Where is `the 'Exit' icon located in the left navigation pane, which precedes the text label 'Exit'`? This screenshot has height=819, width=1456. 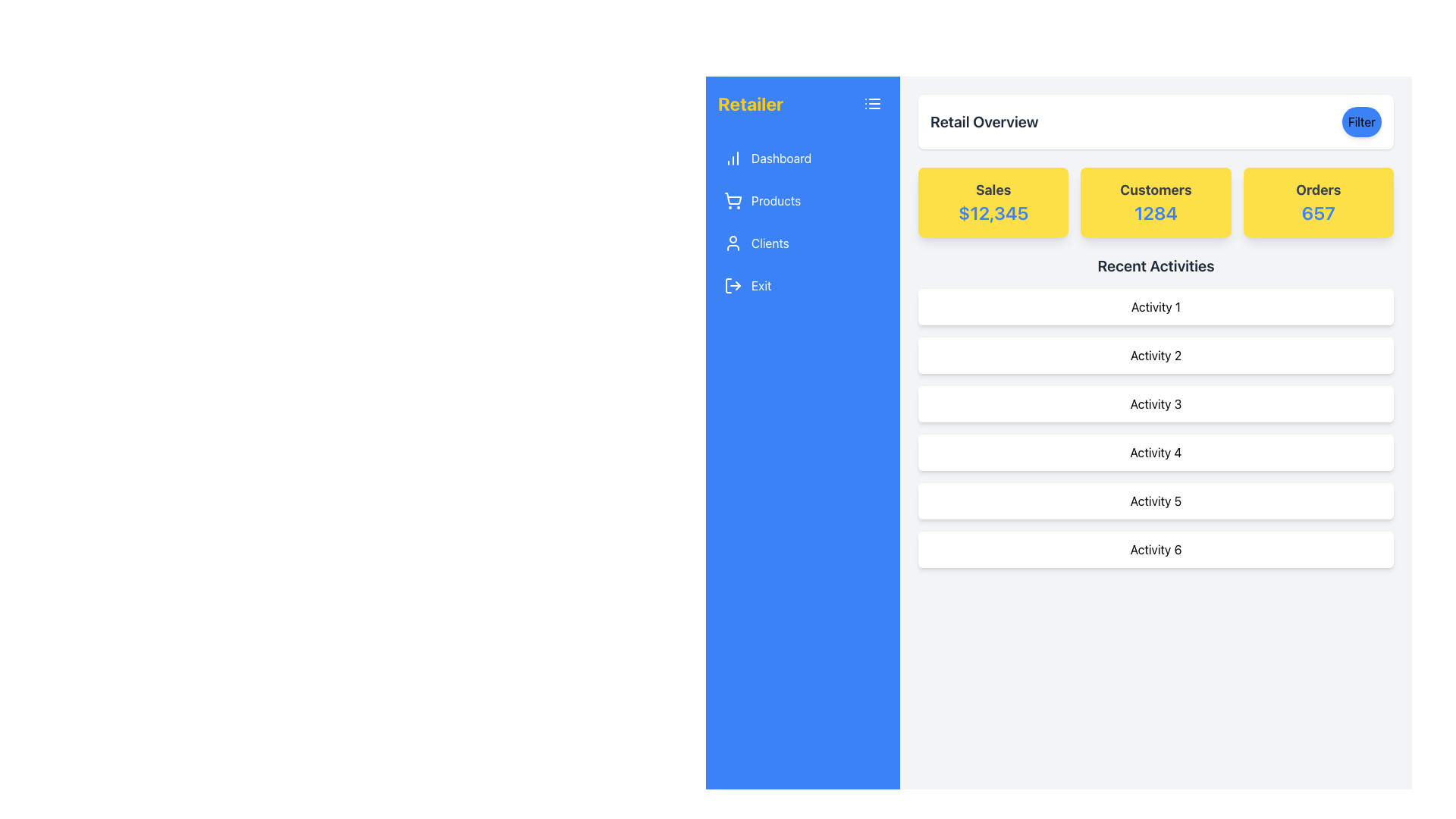 the 'Exit' icon located in the left navigation pane, which precedes the text label 'Exit' is located at coordinates (733, 286).